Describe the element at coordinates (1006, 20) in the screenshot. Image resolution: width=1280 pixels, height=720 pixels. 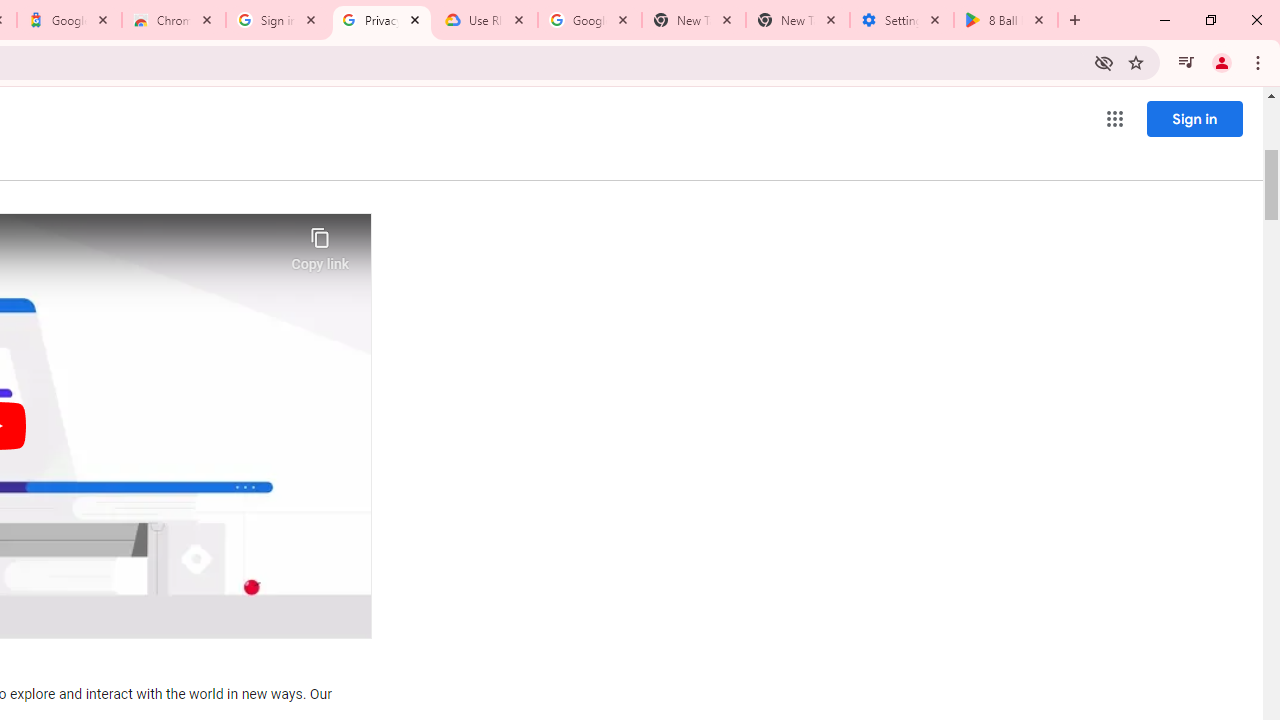
I see `'8 Ball Pool - Apps on Google Play'` at that location.